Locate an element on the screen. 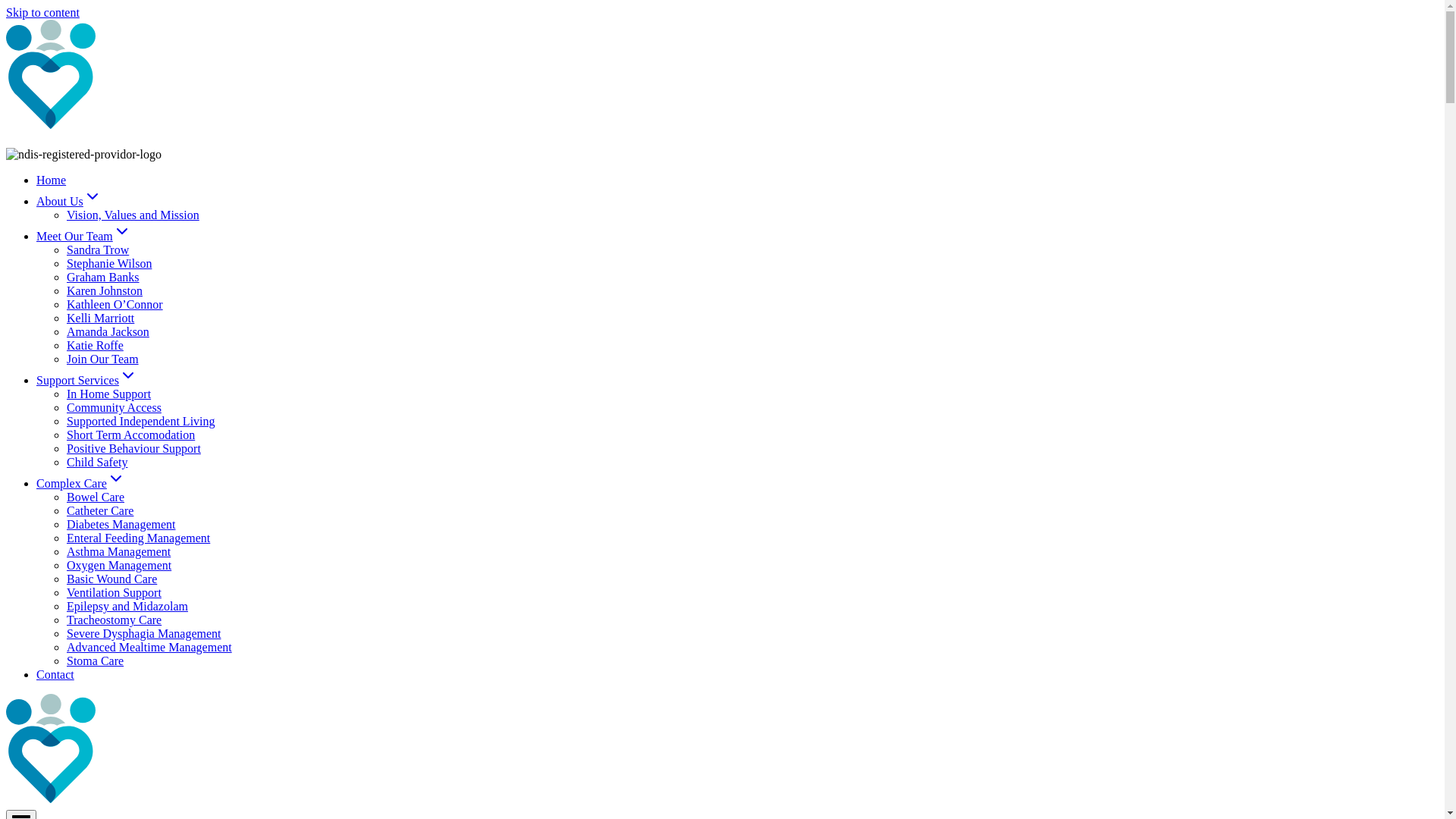 The width and height of the screenshot is (1456, 819). 'Supported Independent Living' is located at coordinates (141, 421).